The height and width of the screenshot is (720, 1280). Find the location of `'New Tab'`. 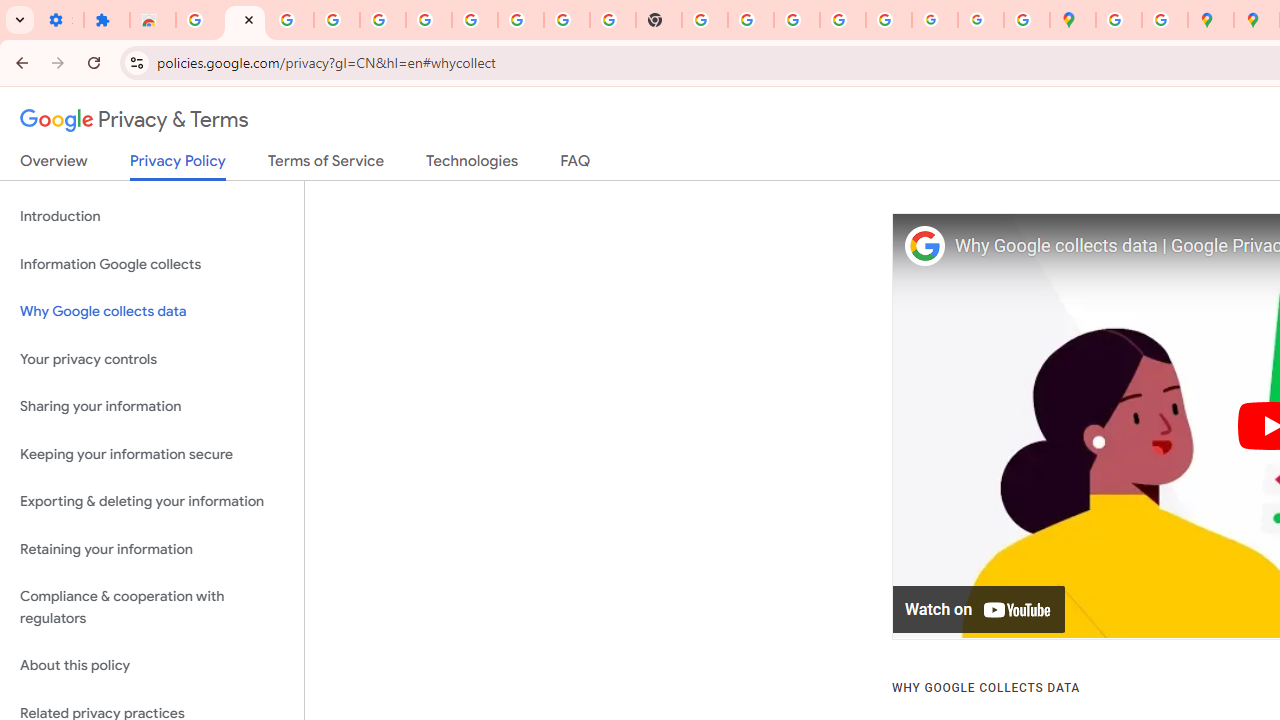

'New Tab' is located at coordinates (659, 20).